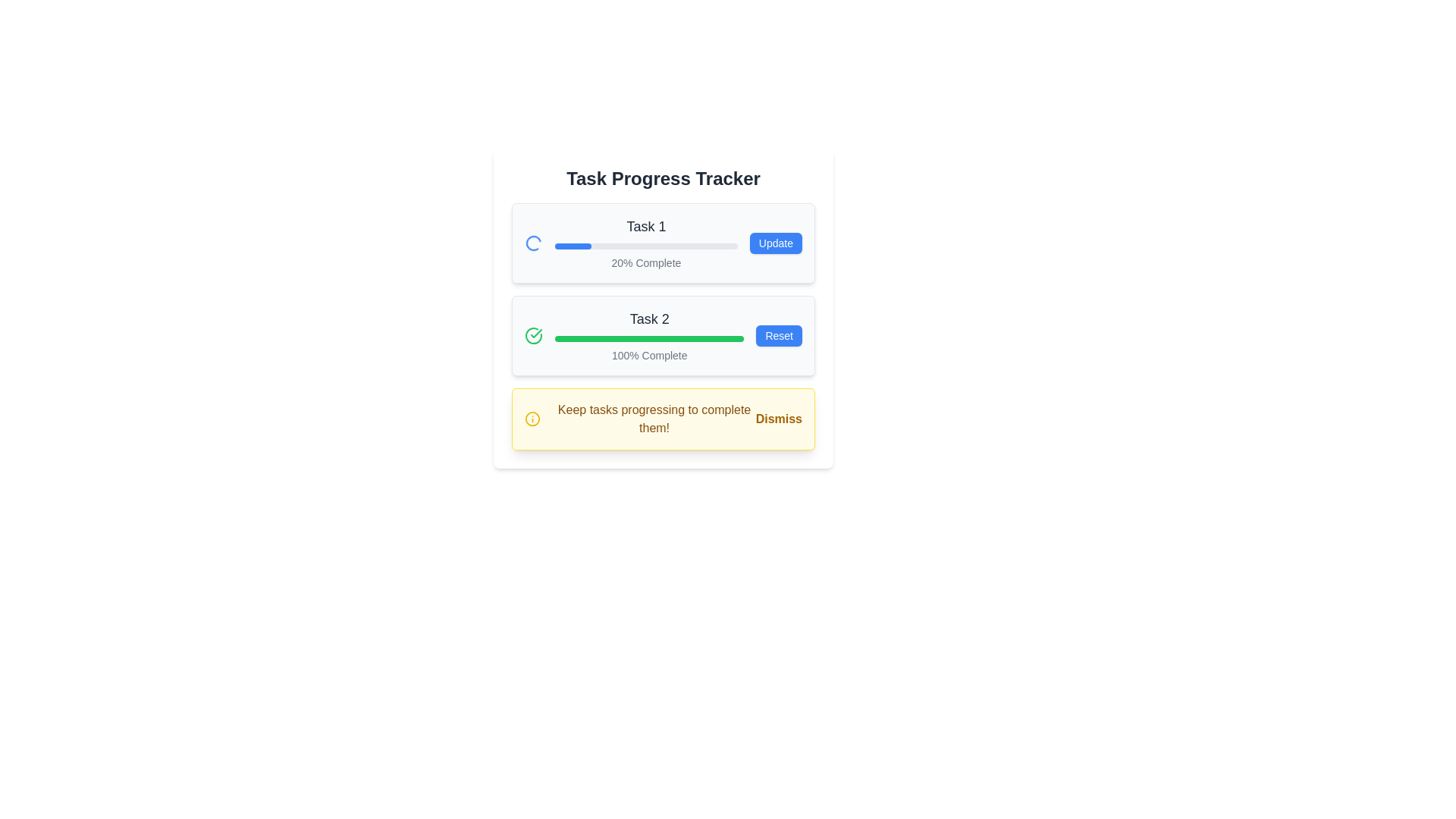  What do you see at coordinates (646, 262) in the screenshot?
I see `the static text label reading '20% Complete' located beneath the progress bar in the 'Task 1' UI block` at bounding box center [646, 262].